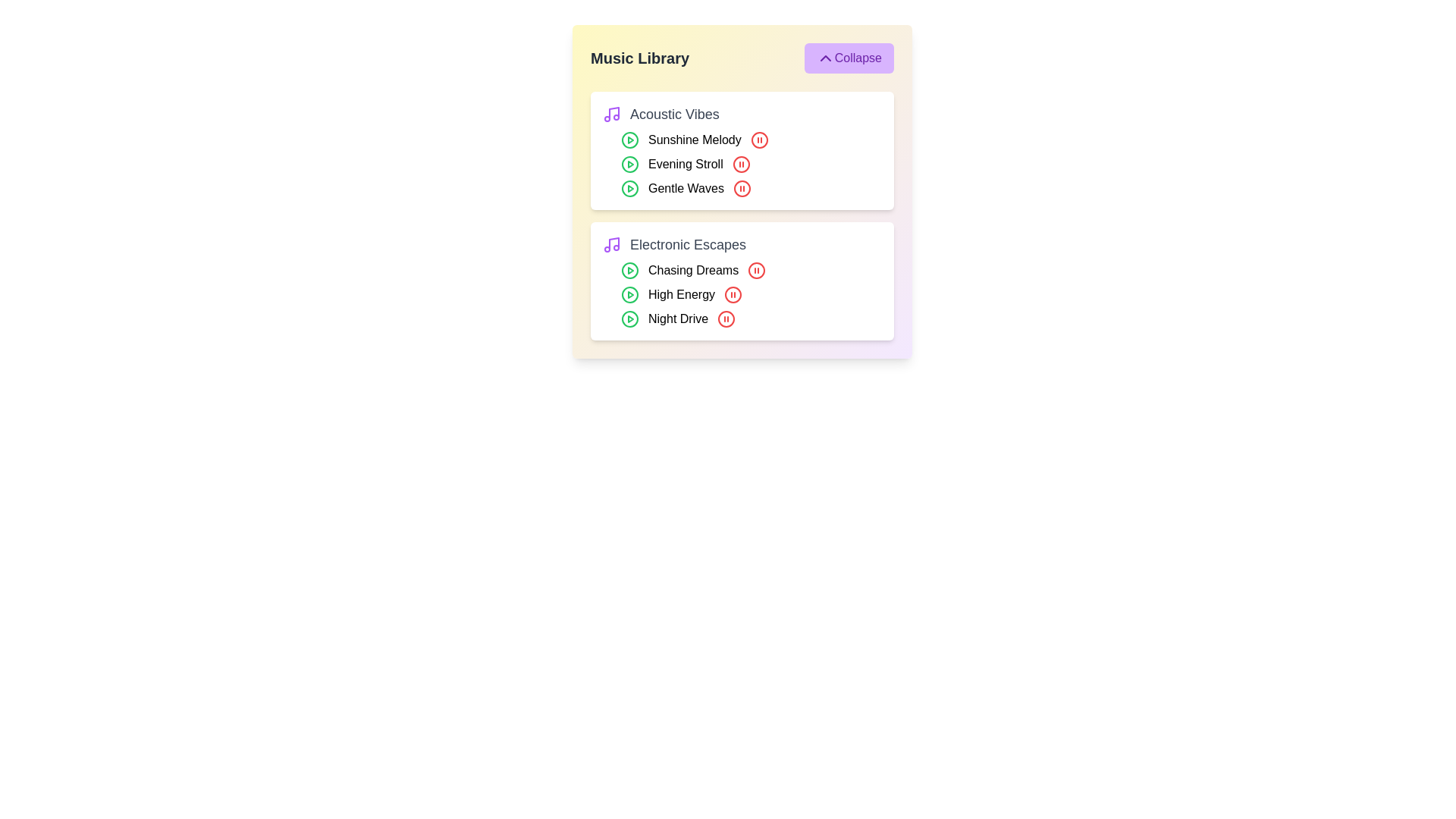 The width and height of the screenshot is (1456, 819). What do you see at coordinates (629, 270) in the screenshot?
I see `the play button for the track Chasing Dreams` at bounding box center [629, 270].